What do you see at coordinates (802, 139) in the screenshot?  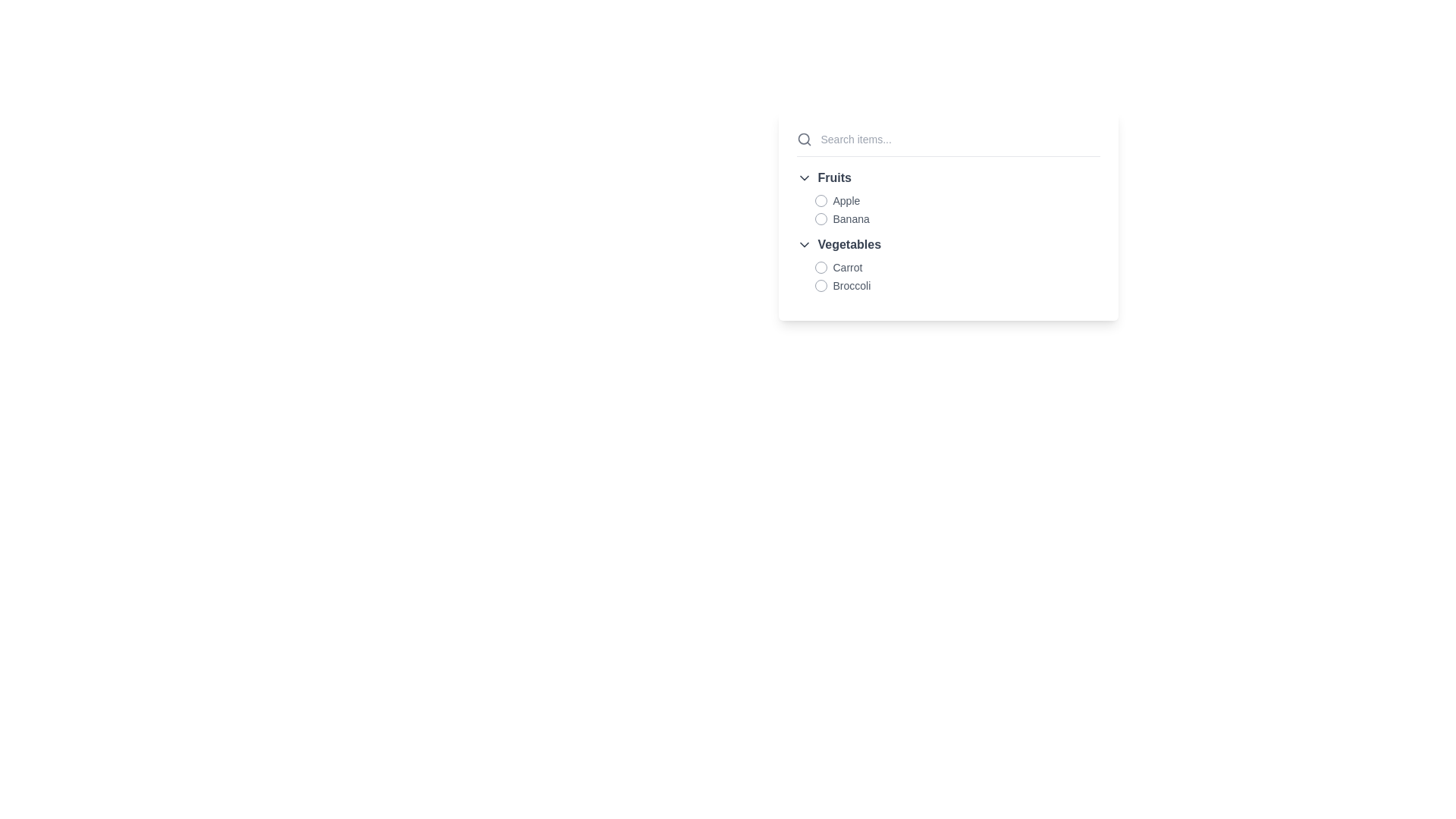 I see `the Circle graphic, which is part of the search functionality's decorative elements located in the top-left corner of the dropdown menu pane` at bounding box center [802, 139].